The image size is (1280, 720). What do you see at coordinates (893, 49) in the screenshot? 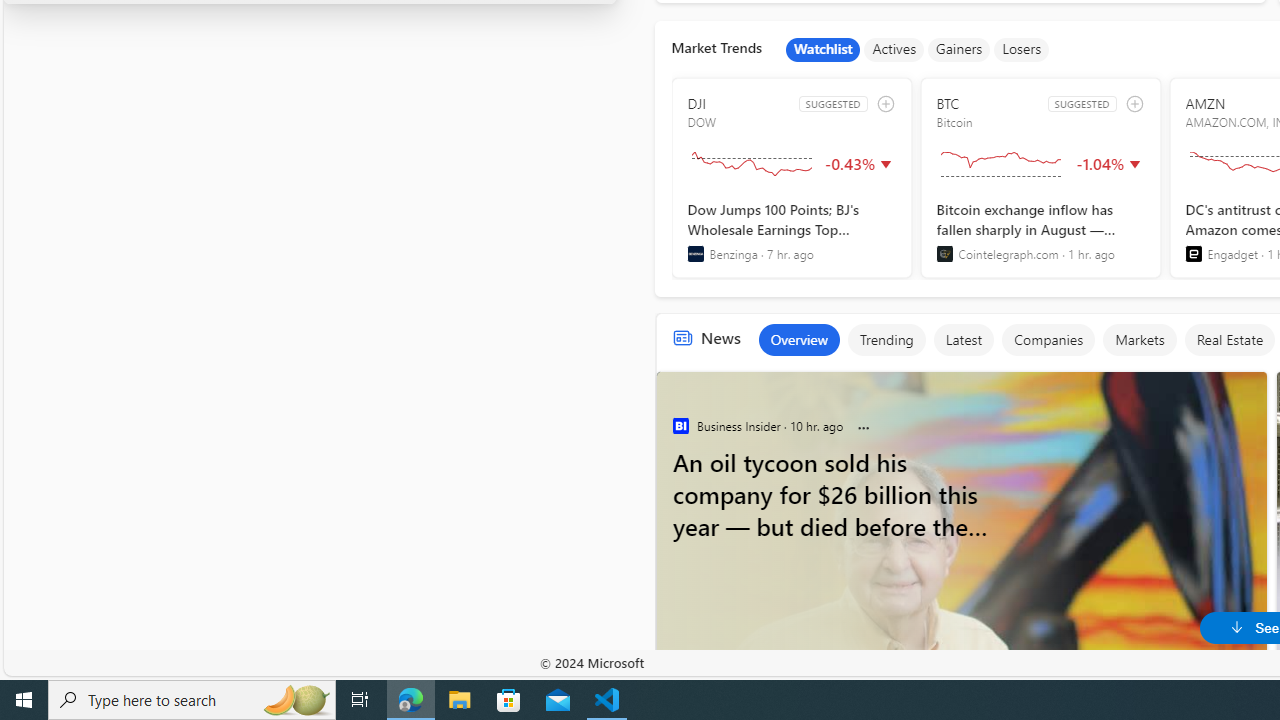
I see `'Actives'` at bounding box center [893, 49].